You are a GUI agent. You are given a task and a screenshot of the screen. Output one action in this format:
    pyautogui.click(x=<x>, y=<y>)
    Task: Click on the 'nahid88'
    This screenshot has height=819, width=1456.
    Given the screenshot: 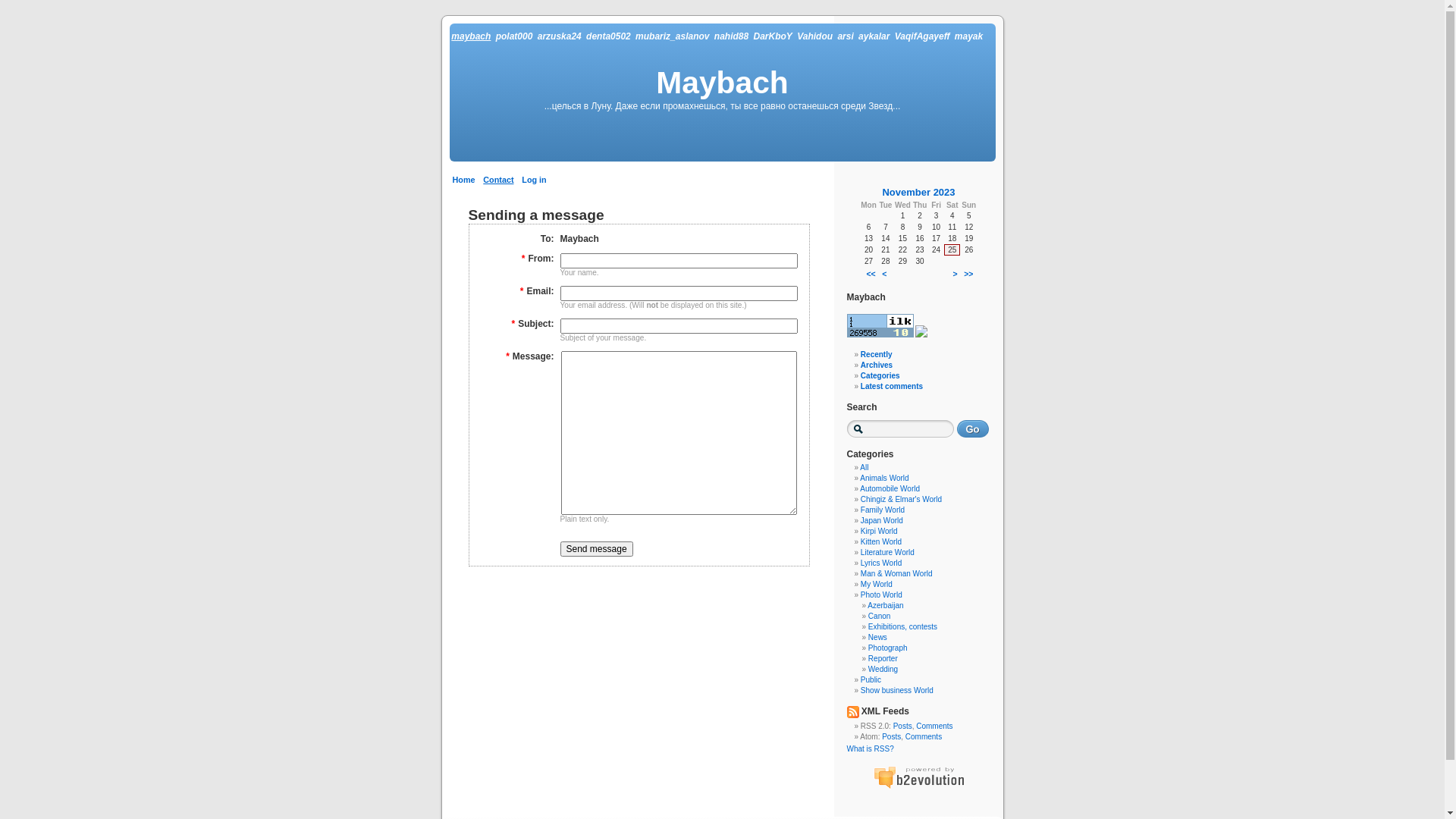 What is the action you would take?
    pyautogui.click(x=731, y=35)
    